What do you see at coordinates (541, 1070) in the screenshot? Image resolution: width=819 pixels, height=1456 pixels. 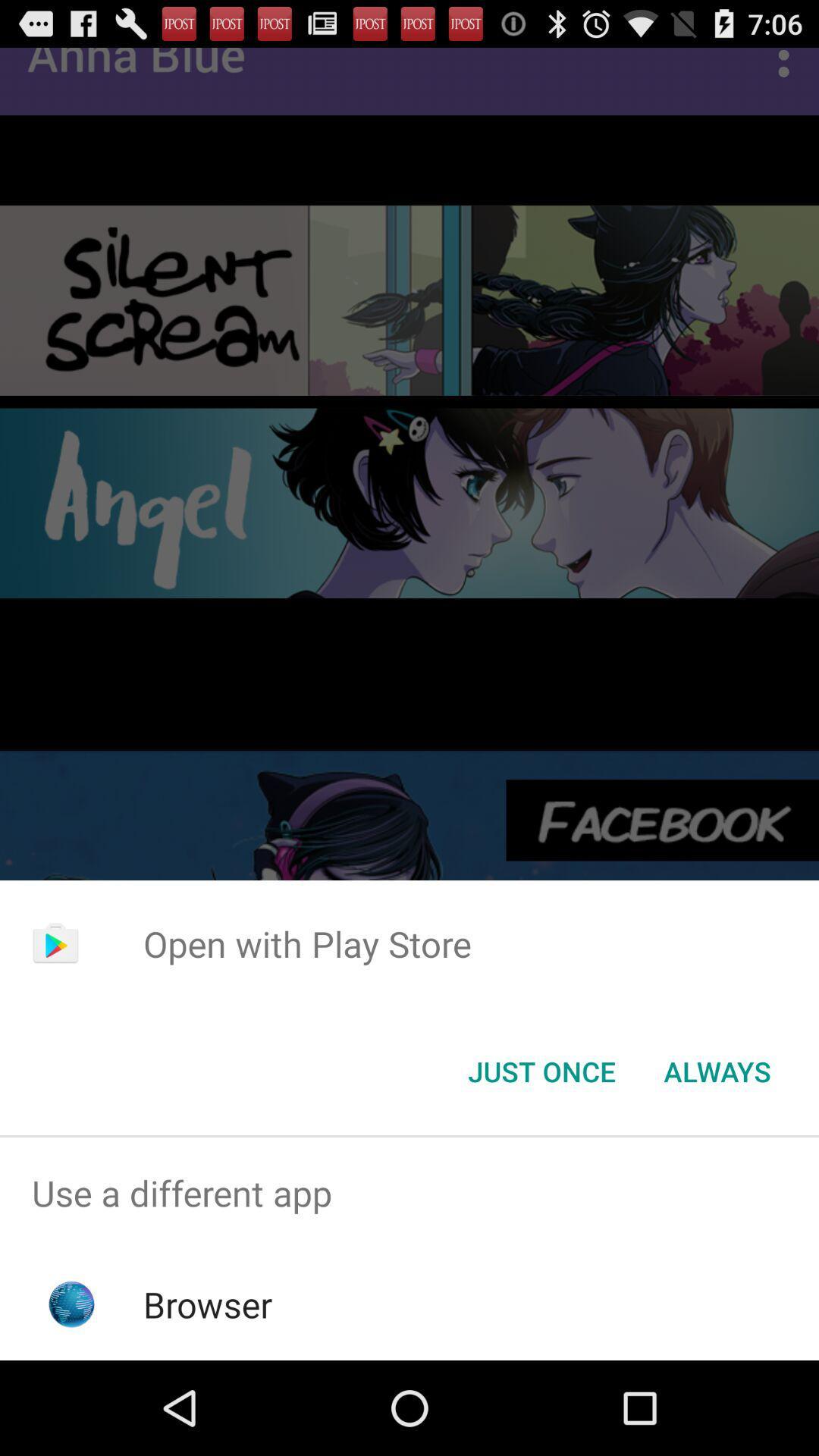 I see `item to the left of the always` at bounding box center [541, 1070].